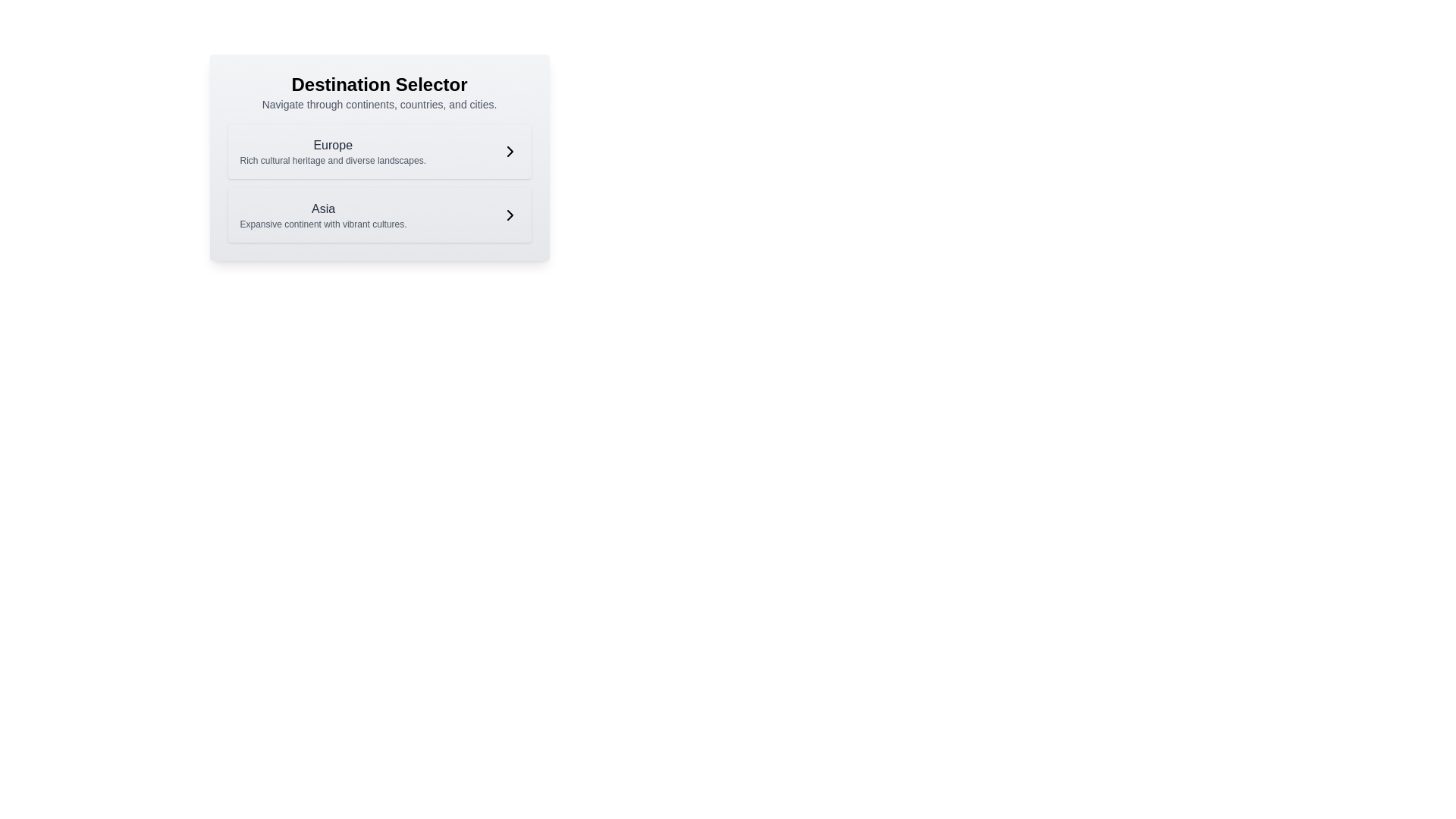 This screenshot has height=819, width=1456. Describe the element at coordinates (332, 152) in the screenshot. I see `the first selectable list item labeled 'Europe' under the 'Destination Selector'` at that location.